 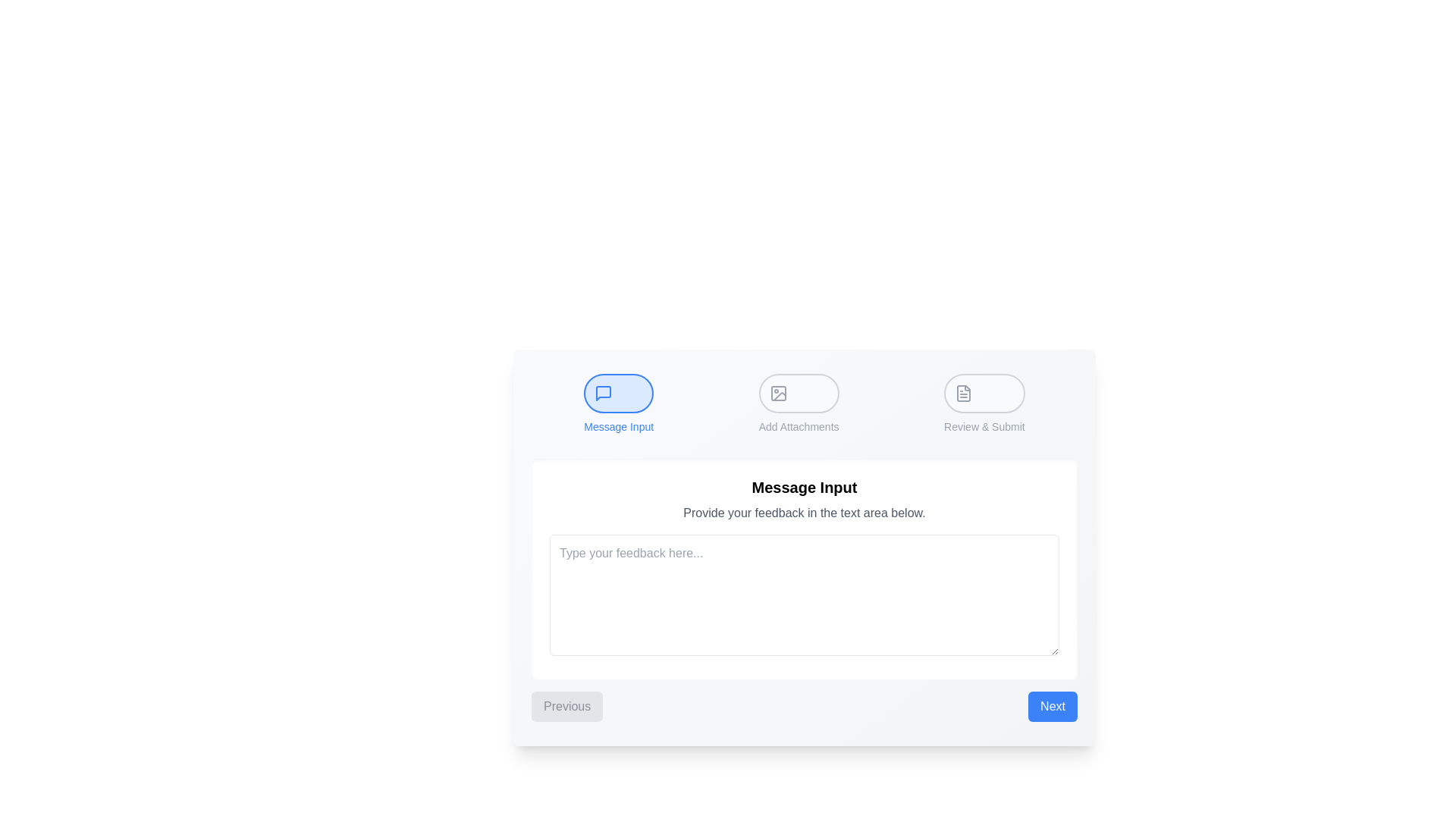 I want to click on the text input field to focus and enable editing, so click(x=803, y=595).